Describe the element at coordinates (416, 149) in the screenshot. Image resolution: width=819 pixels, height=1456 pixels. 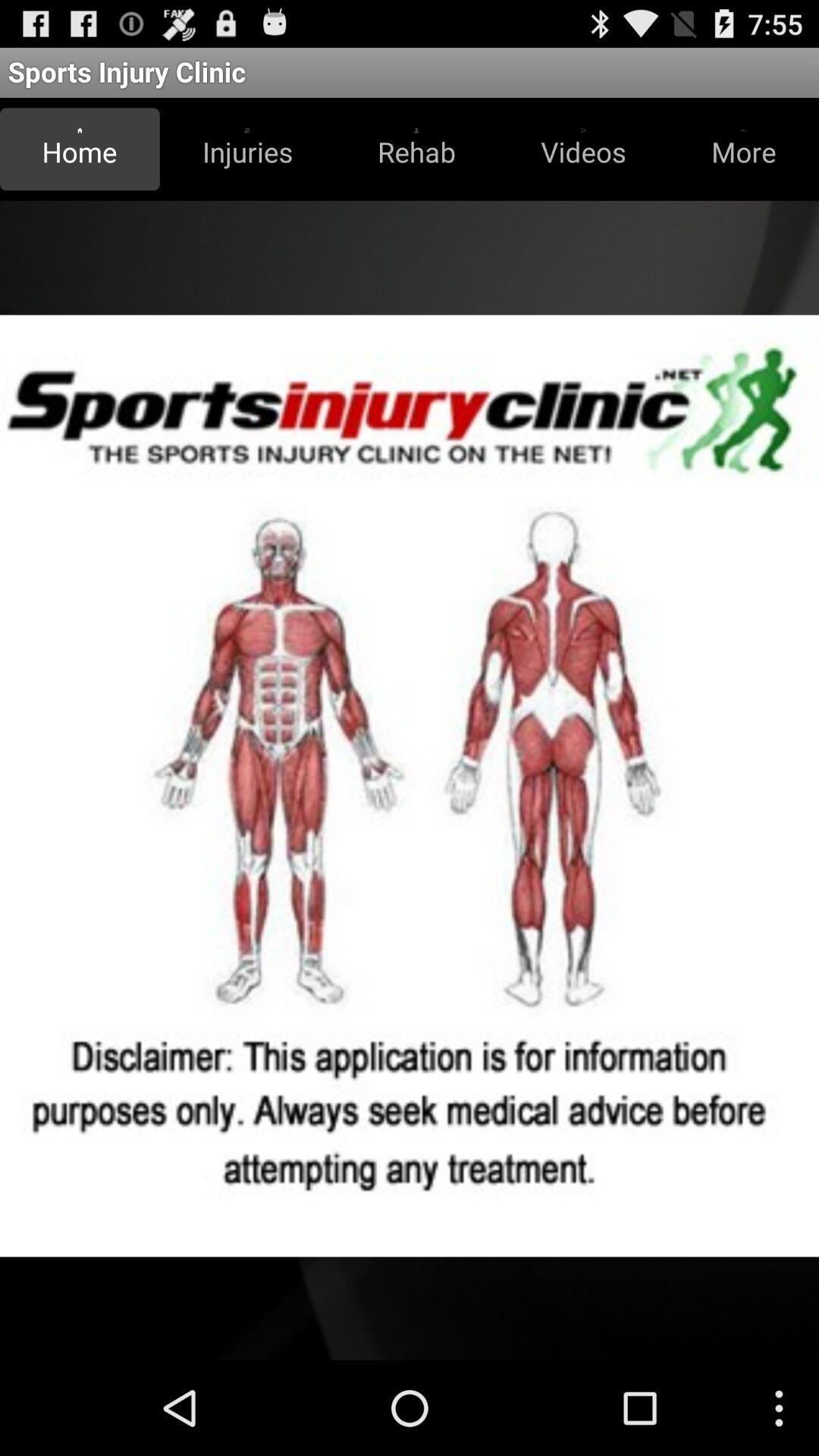
I see `icon to the left of the videos` at that location.